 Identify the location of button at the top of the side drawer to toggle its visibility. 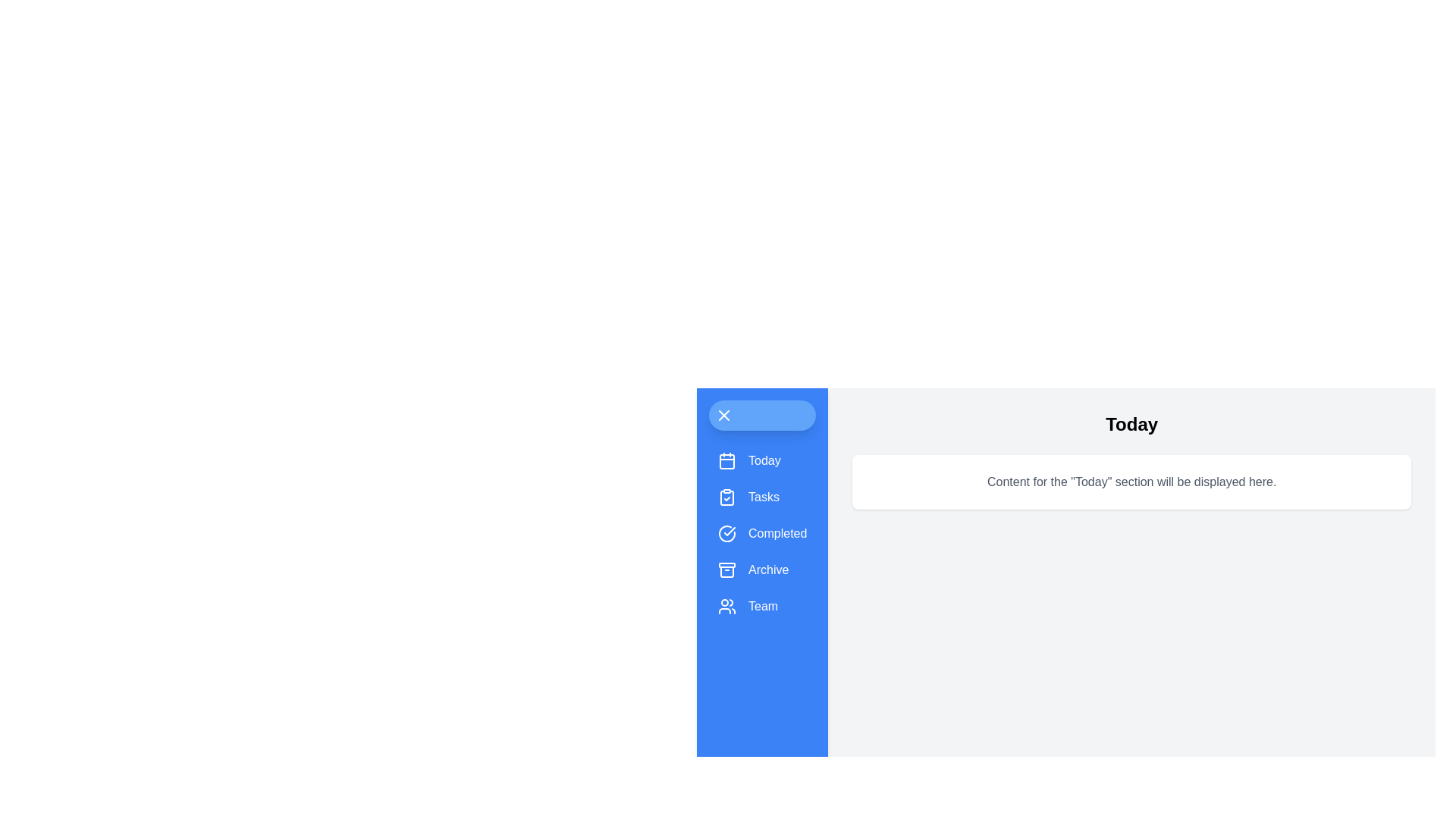
(761, 415).